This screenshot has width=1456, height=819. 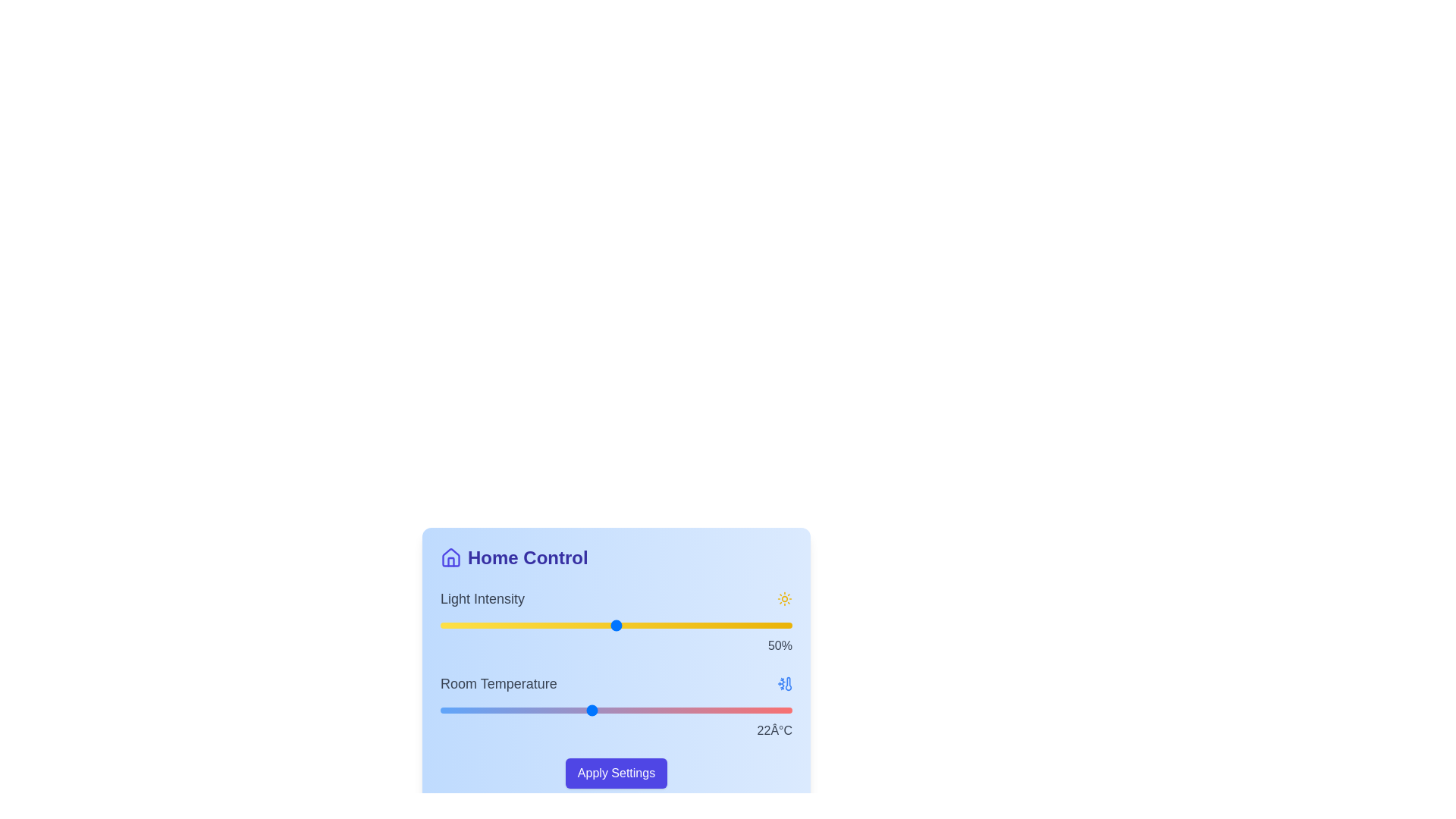 I want to click on the light intensity slider to 56%, so click(x=637, y=626).